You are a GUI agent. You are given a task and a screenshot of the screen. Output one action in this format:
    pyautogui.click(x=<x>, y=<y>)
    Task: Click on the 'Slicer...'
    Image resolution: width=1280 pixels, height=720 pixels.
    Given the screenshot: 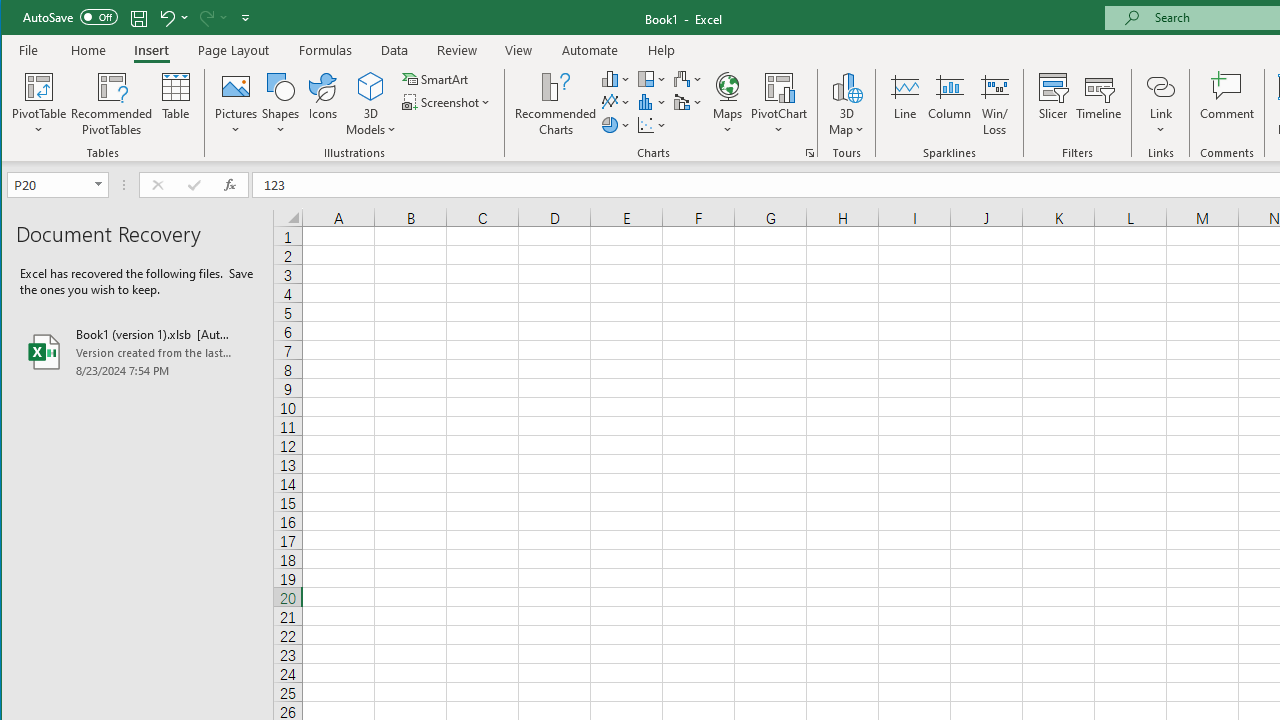 What is the action you would take?
    pyautogui.click(x=1051, y=104)
    